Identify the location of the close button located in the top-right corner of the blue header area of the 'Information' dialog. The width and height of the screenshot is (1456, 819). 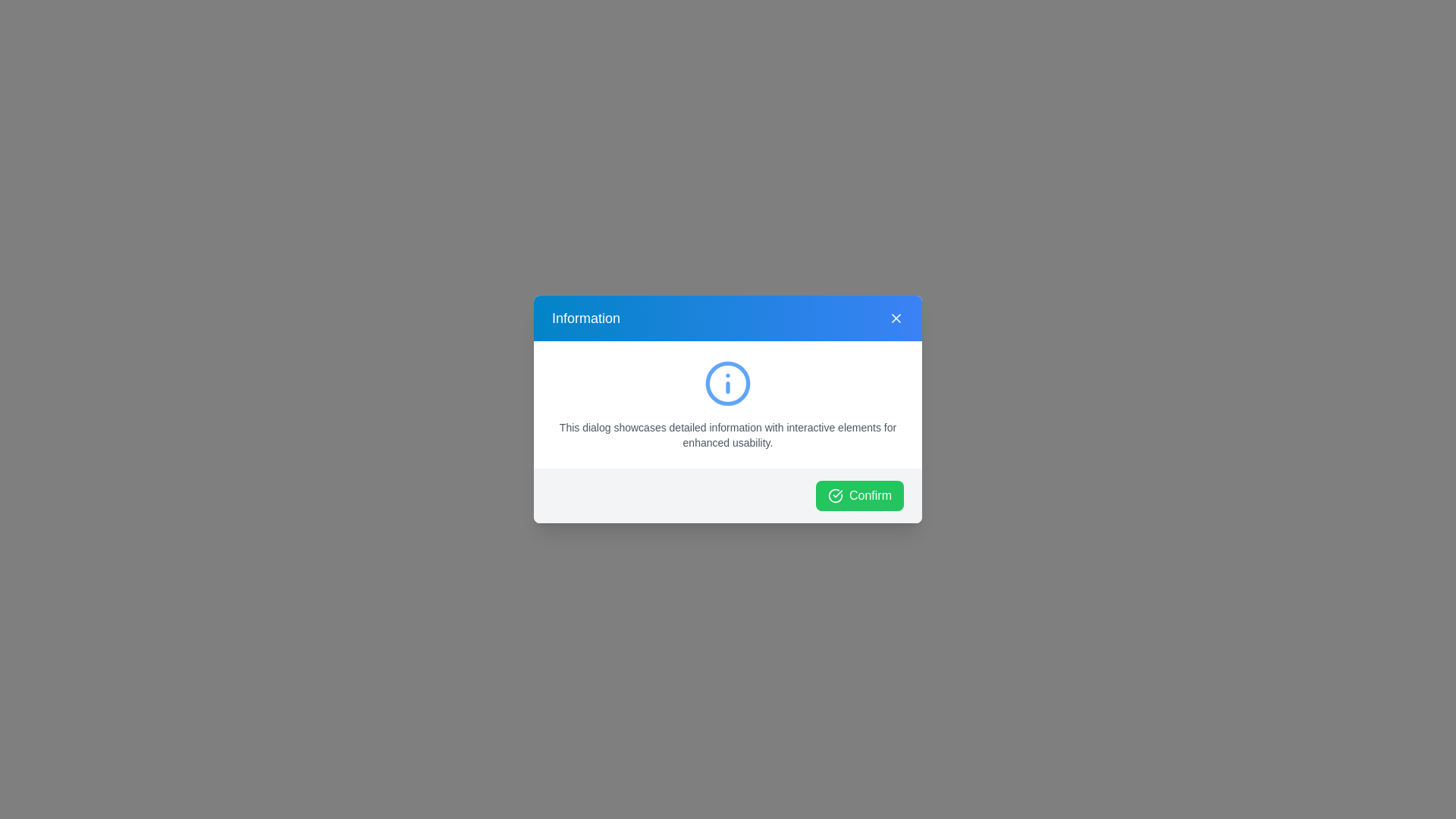
(896, 318).